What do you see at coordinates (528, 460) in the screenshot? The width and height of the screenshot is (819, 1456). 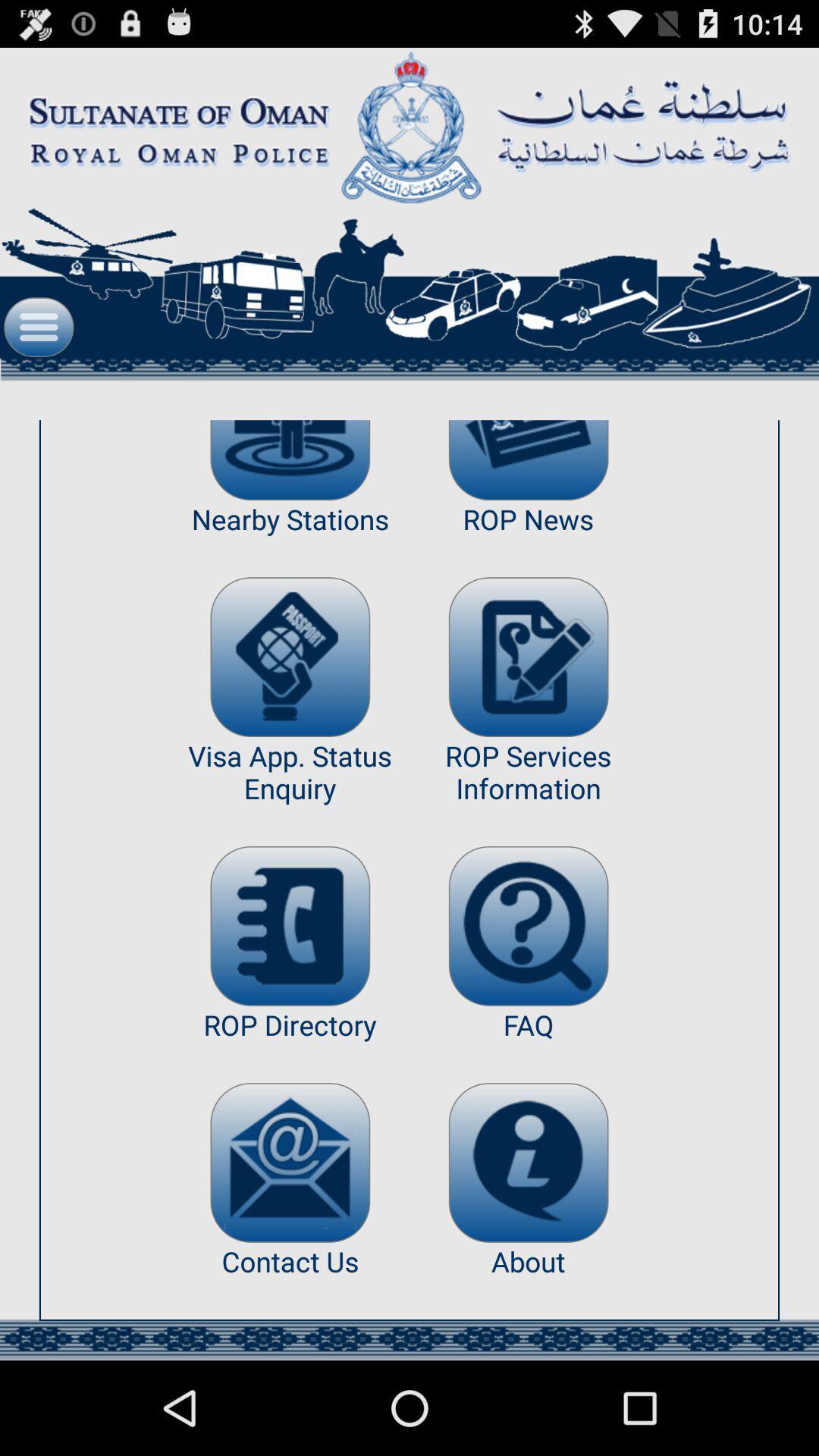 I see `open latest news categorized as rop` at bounding box center [528, 460].